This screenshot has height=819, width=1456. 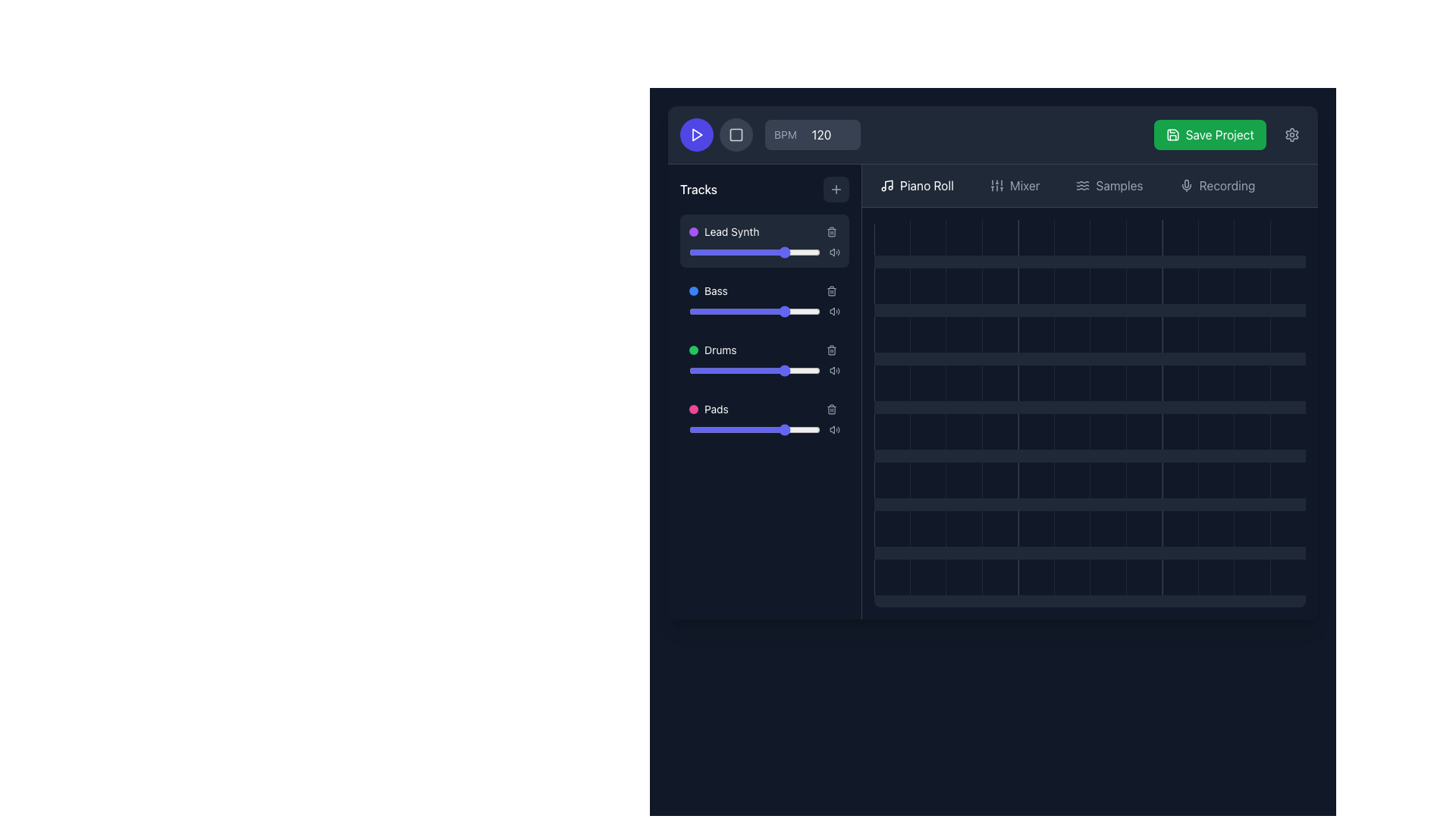 What do you see at coordinates (1082, 185) in the screenshot?
I see `the icon with three wavy parallel lines located in the upper navigation bar of the application` at bounding box center [1082, 185].